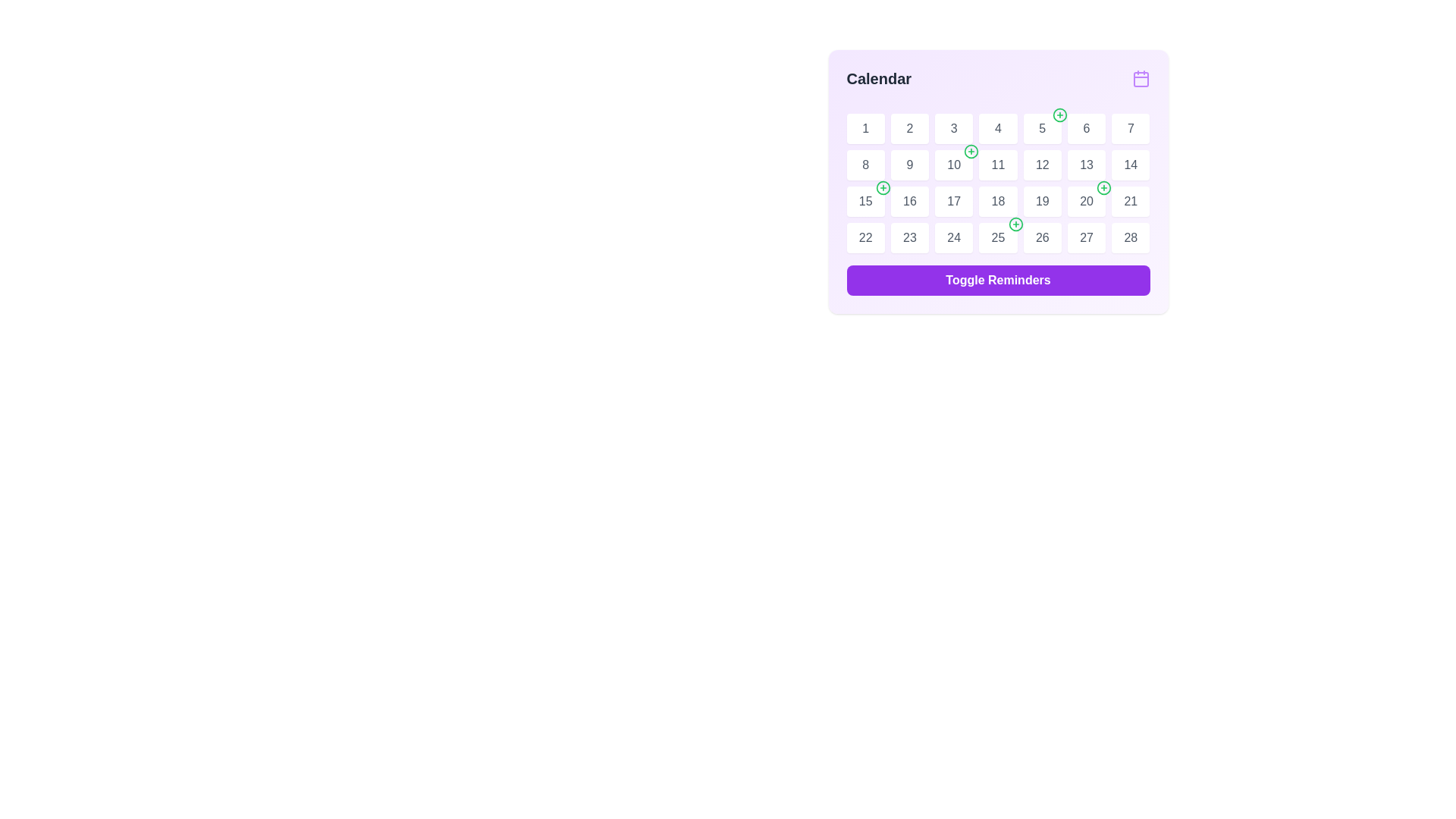 The width and height of the screenshot is (1456, 819). What do you see at coordinates (910, 200) in the screenshot?
I see `the text label representing the 16th day` at bounding box center [910, 200].